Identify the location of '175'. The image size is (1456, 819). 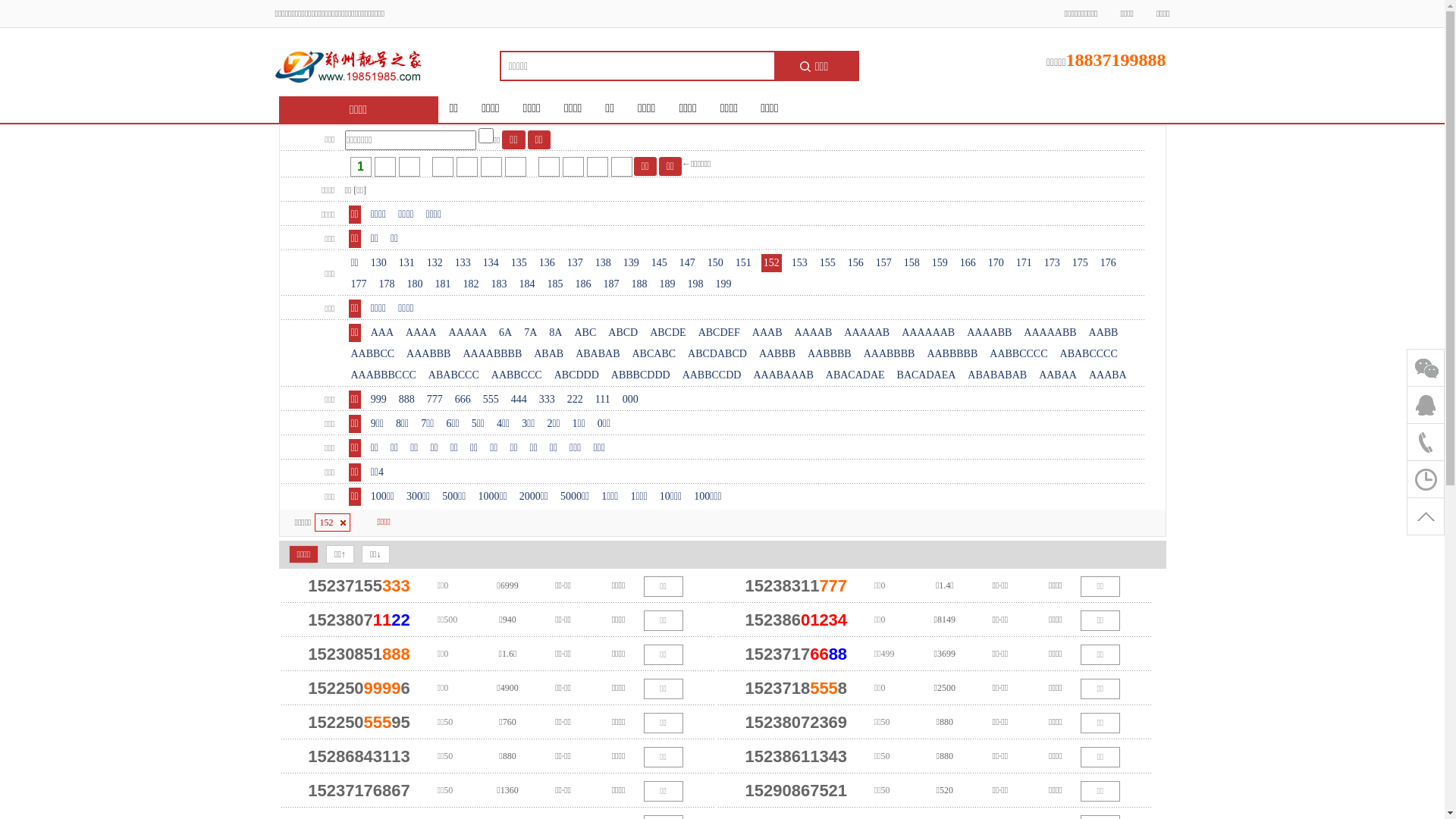
(1069, 262).